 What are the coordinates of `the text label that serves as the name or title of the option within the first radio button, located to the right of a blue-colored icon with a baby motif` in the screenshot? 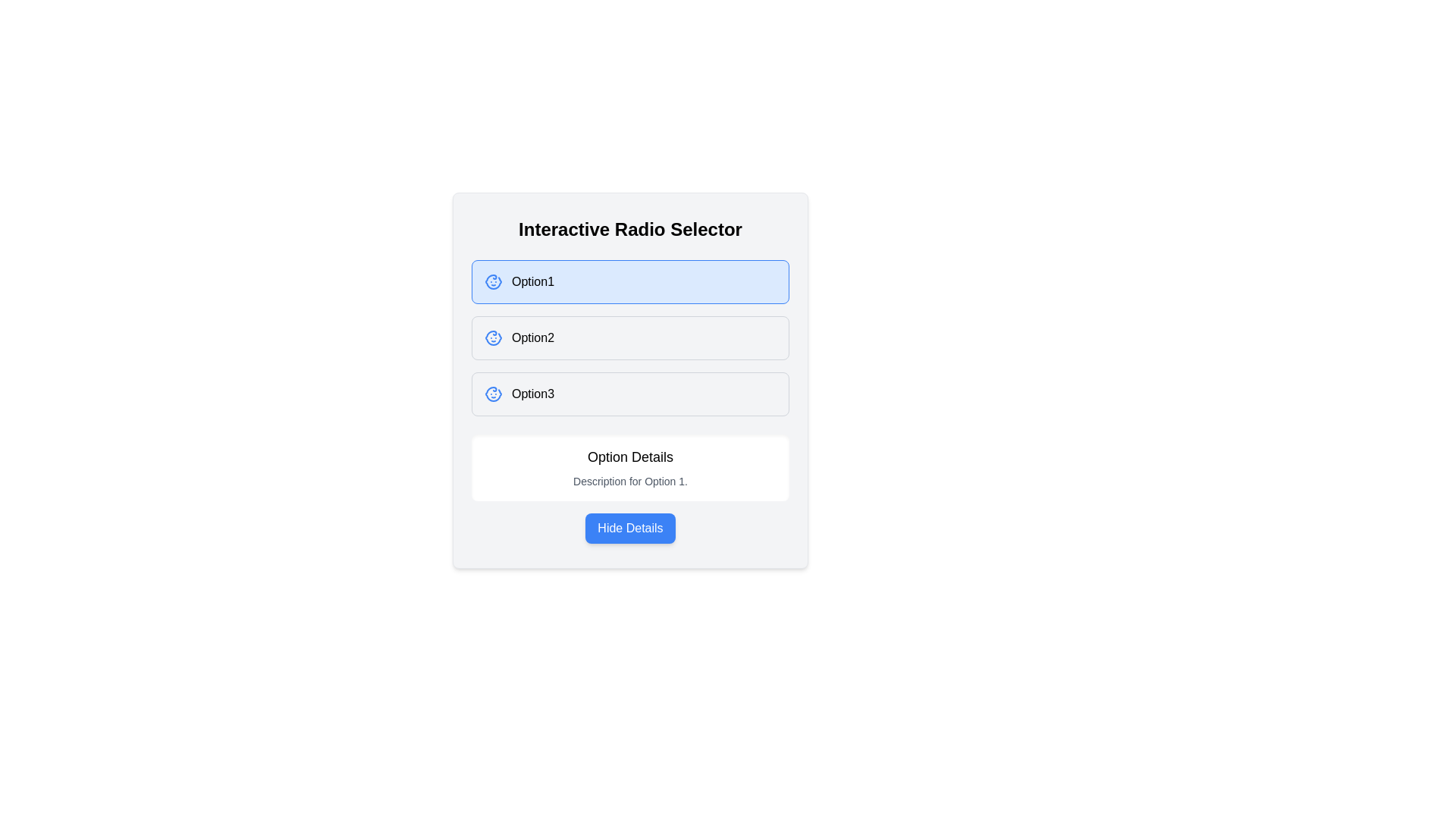 It's located at (533, 281).